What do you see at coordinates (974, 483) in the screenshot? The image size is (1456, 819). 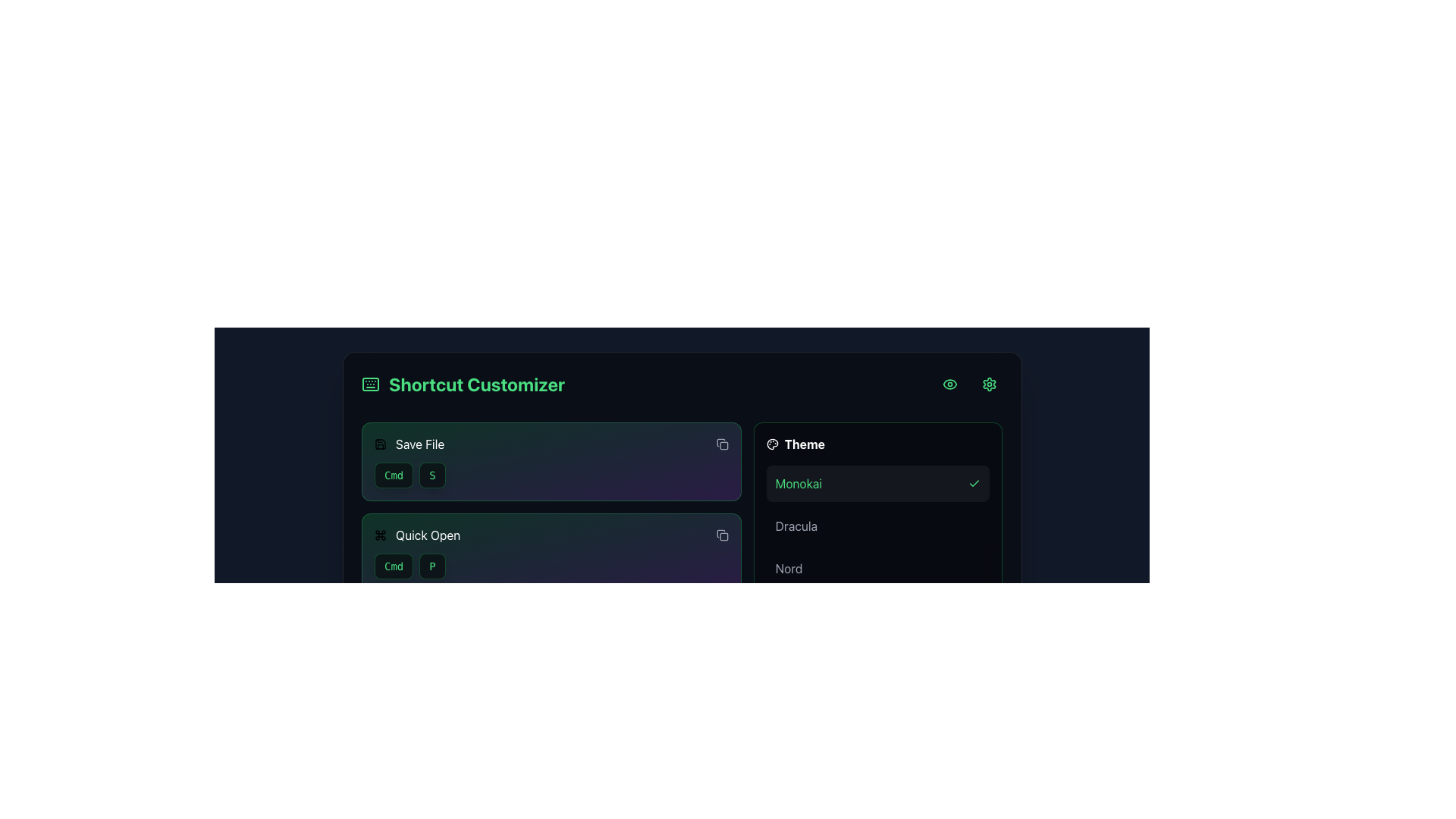 I see `the selection indicator icon for the 'Monokai' theme, which is positioned at the right end of the list item, to denote the currently selected option` at bounding box center [974, 483].